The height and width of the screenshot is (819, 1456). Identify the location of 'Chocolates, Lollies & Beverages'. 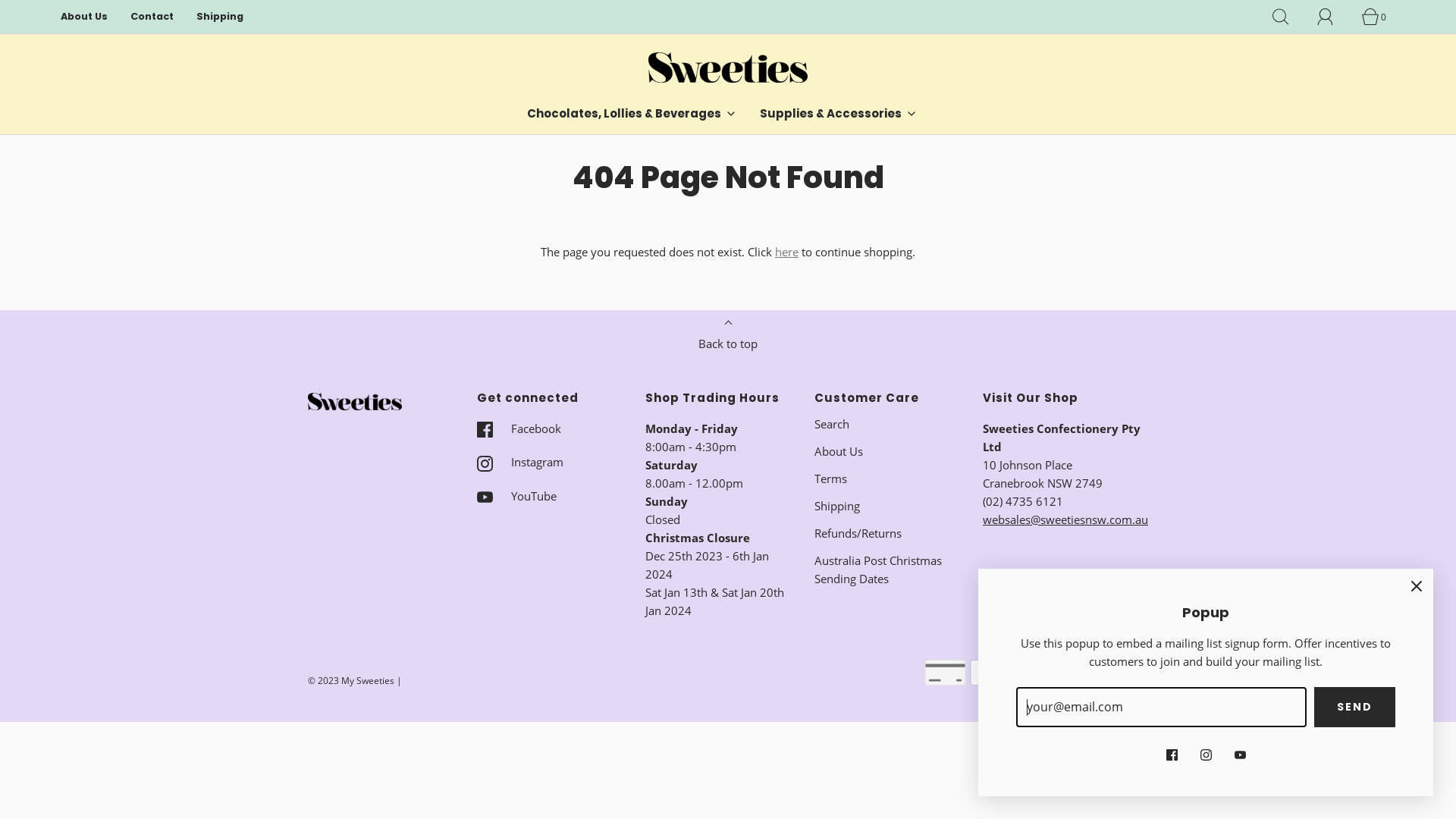
(632, 113).